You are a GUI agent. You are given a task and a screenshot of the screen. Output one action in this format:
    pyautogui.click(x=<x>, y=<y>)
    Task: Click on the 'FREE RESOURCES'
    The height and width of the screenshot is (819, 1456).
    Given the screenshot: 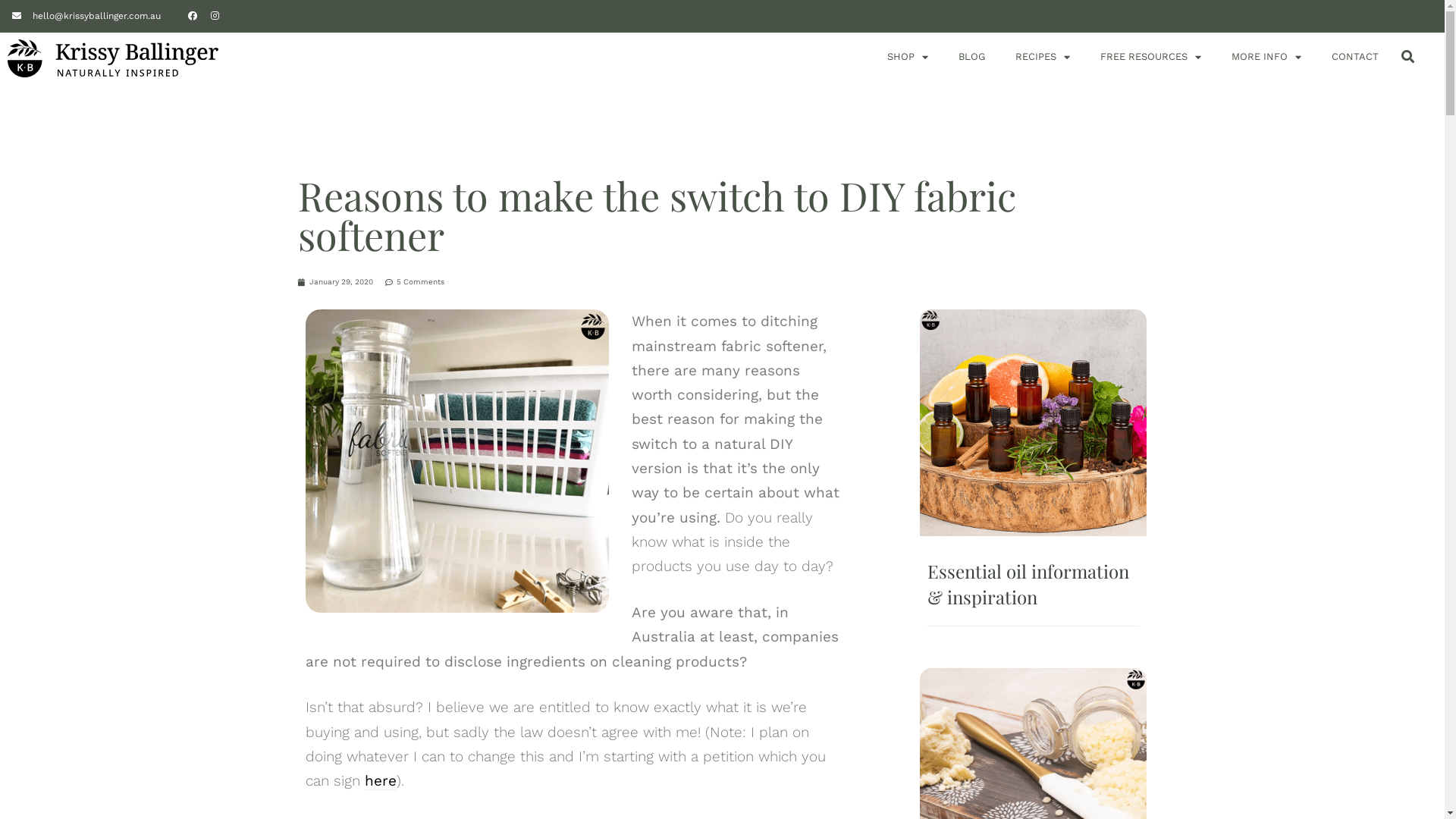 What is the action you would take?
    pyautogui.click(x=1150, y=55)
    